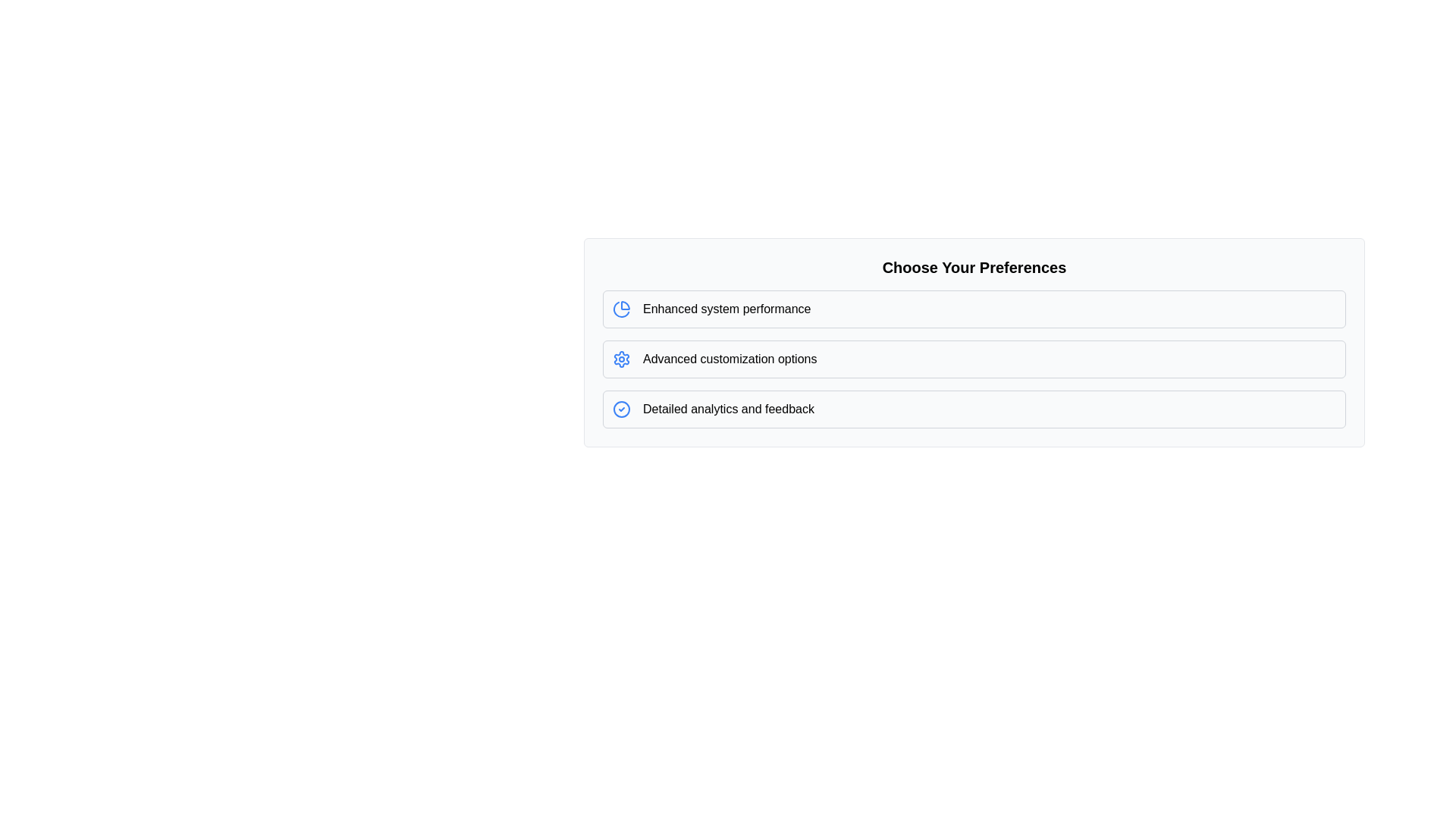  Describe the element at coordinates (622, 359) in the screenshot. I see `the blue gear icon located on the left side of the 'Advanced customization options' row` at that location.